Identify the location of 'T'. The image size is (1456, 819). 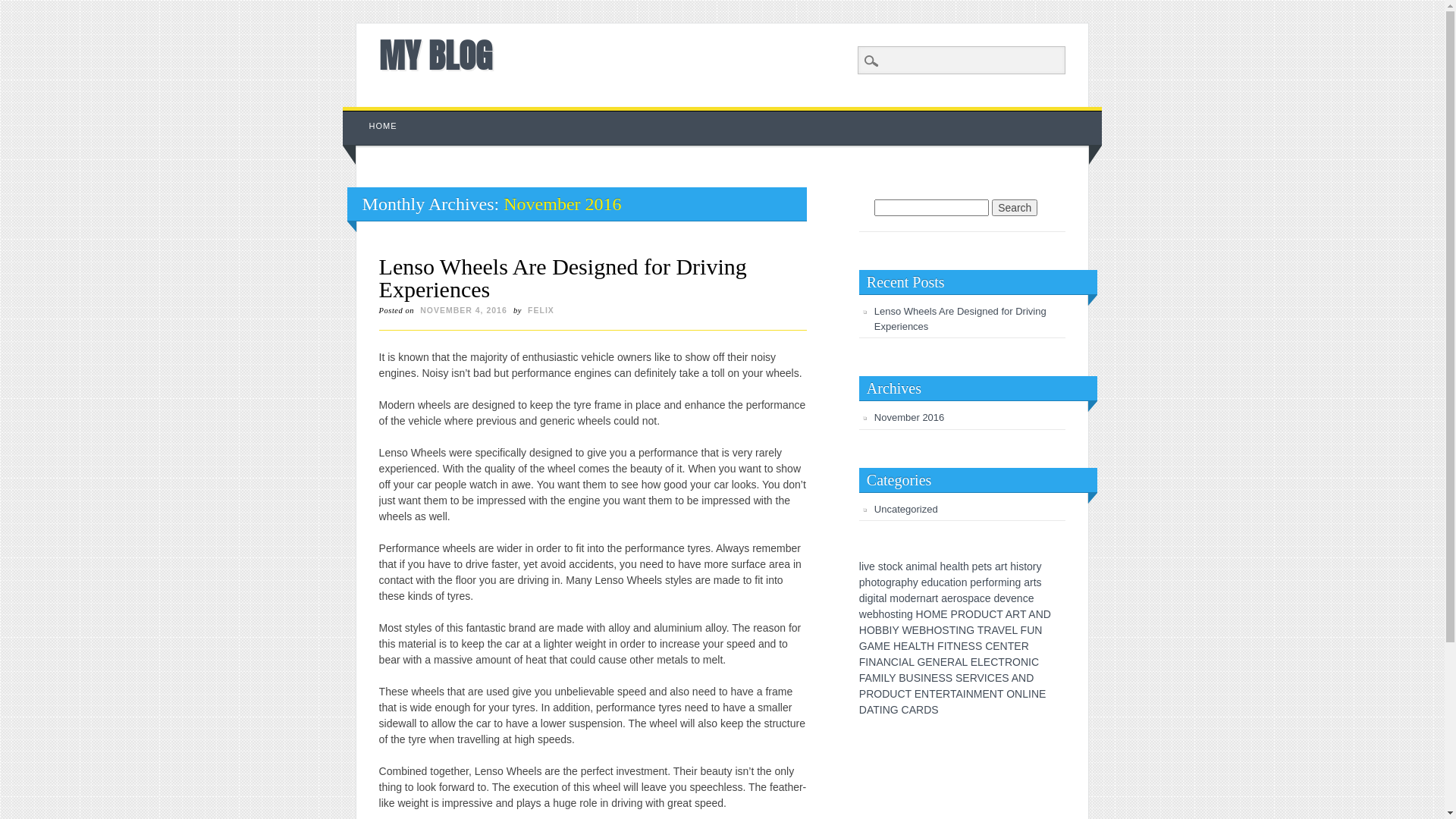
(949, 646).